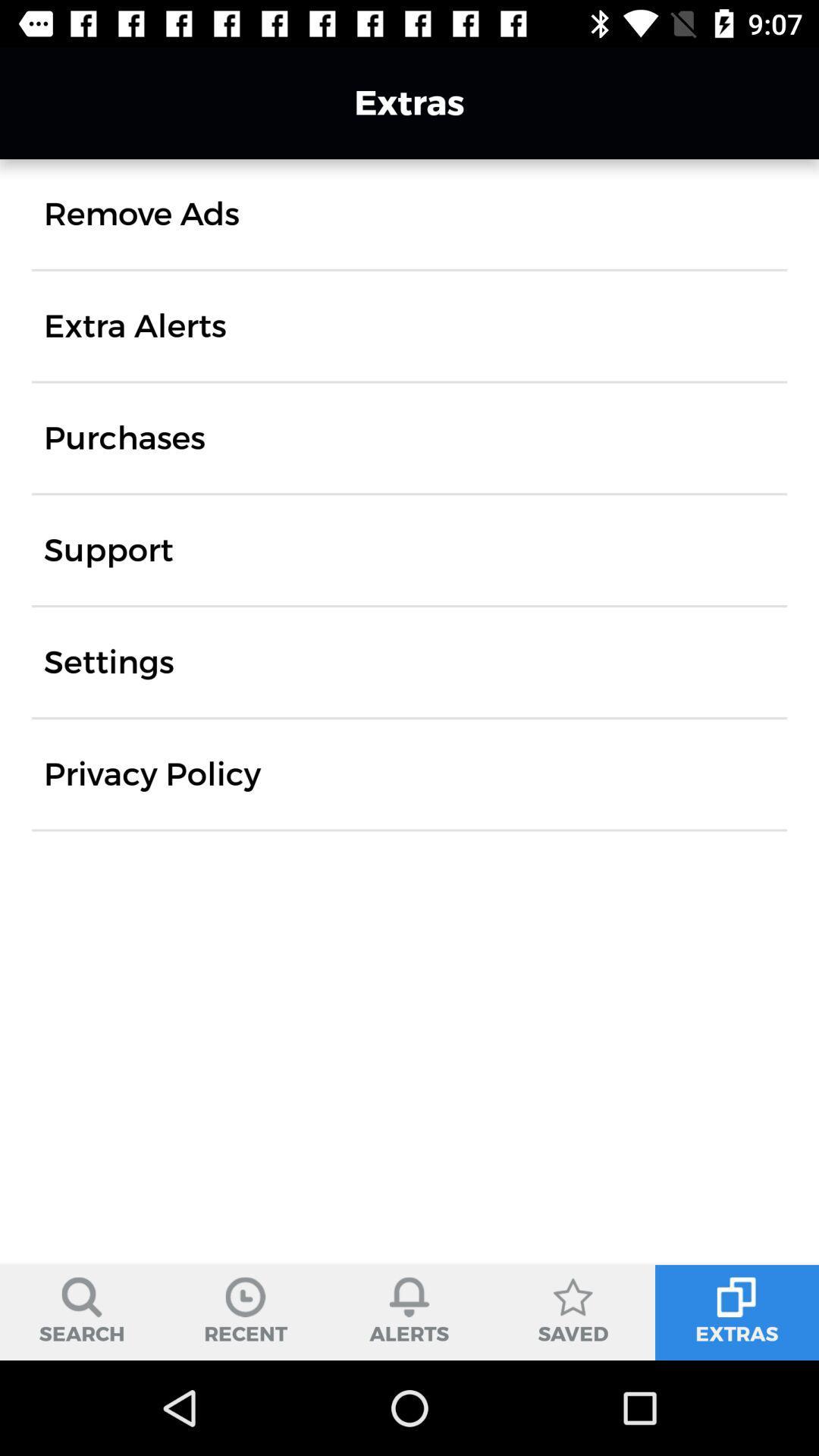  Describe the element at coordinates (134, 325) in the screenshot. I see `extra alerts icon` at that location.